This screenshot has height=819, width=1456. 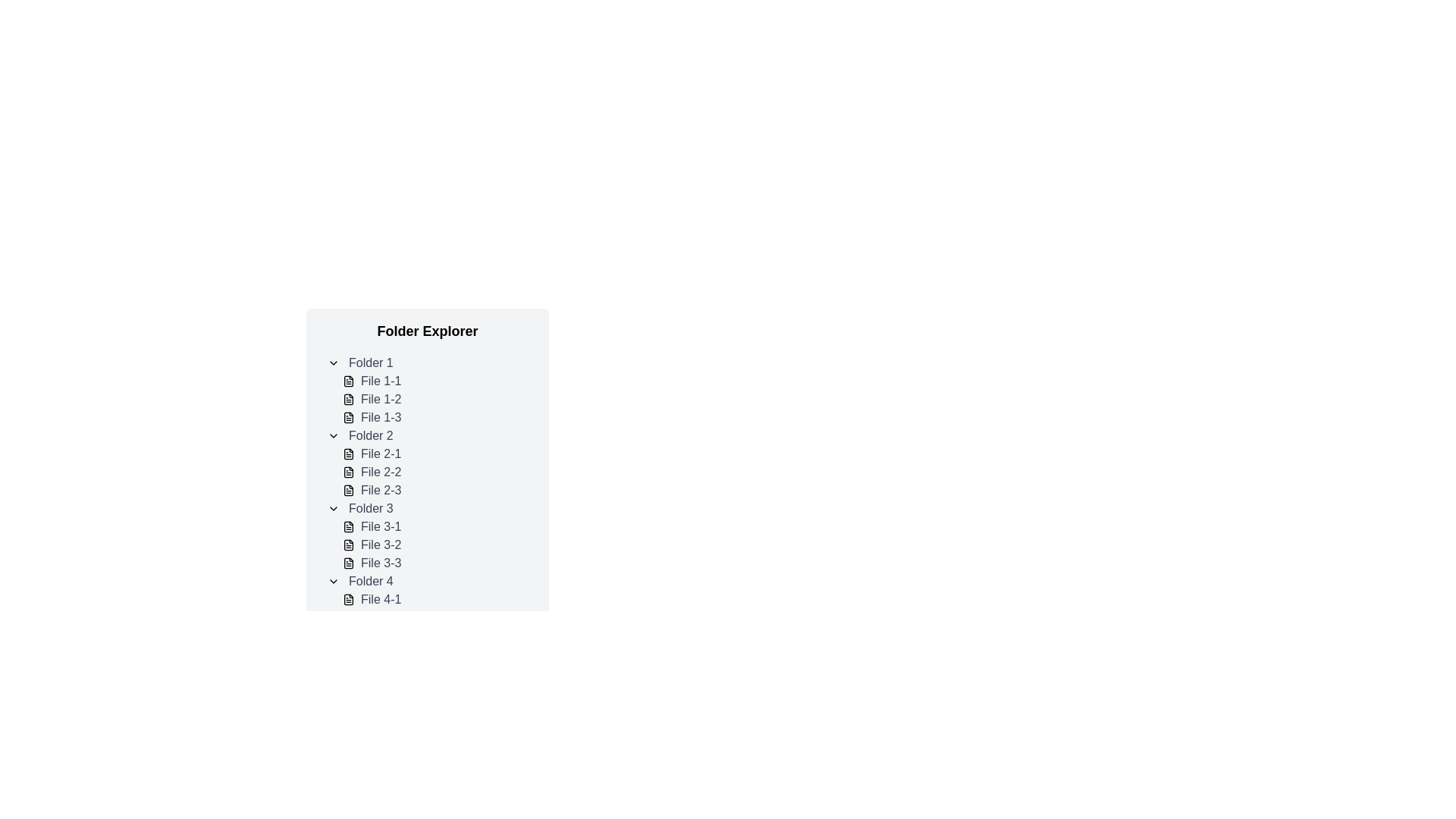 What do you see at coordinates (348, 526) in the screenshot?
I see `the file icon representing 'File 3-1' which is a minimalist document icon with a folded corner located to the left of the text label` at bounding box center [348, 526].